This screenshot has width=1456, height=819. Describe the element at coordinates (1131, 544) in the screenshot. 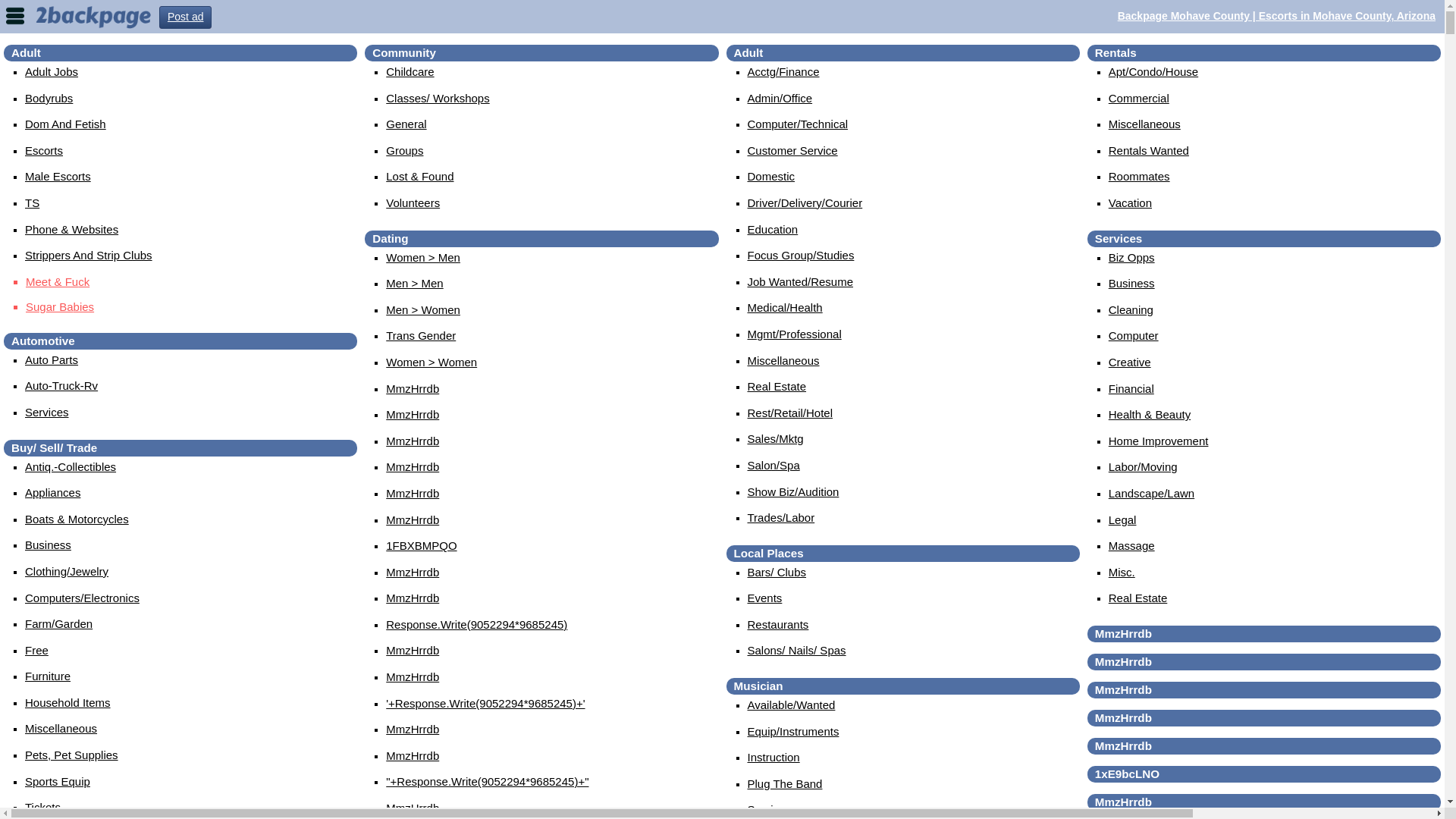

I see `'Massage'` at that location.